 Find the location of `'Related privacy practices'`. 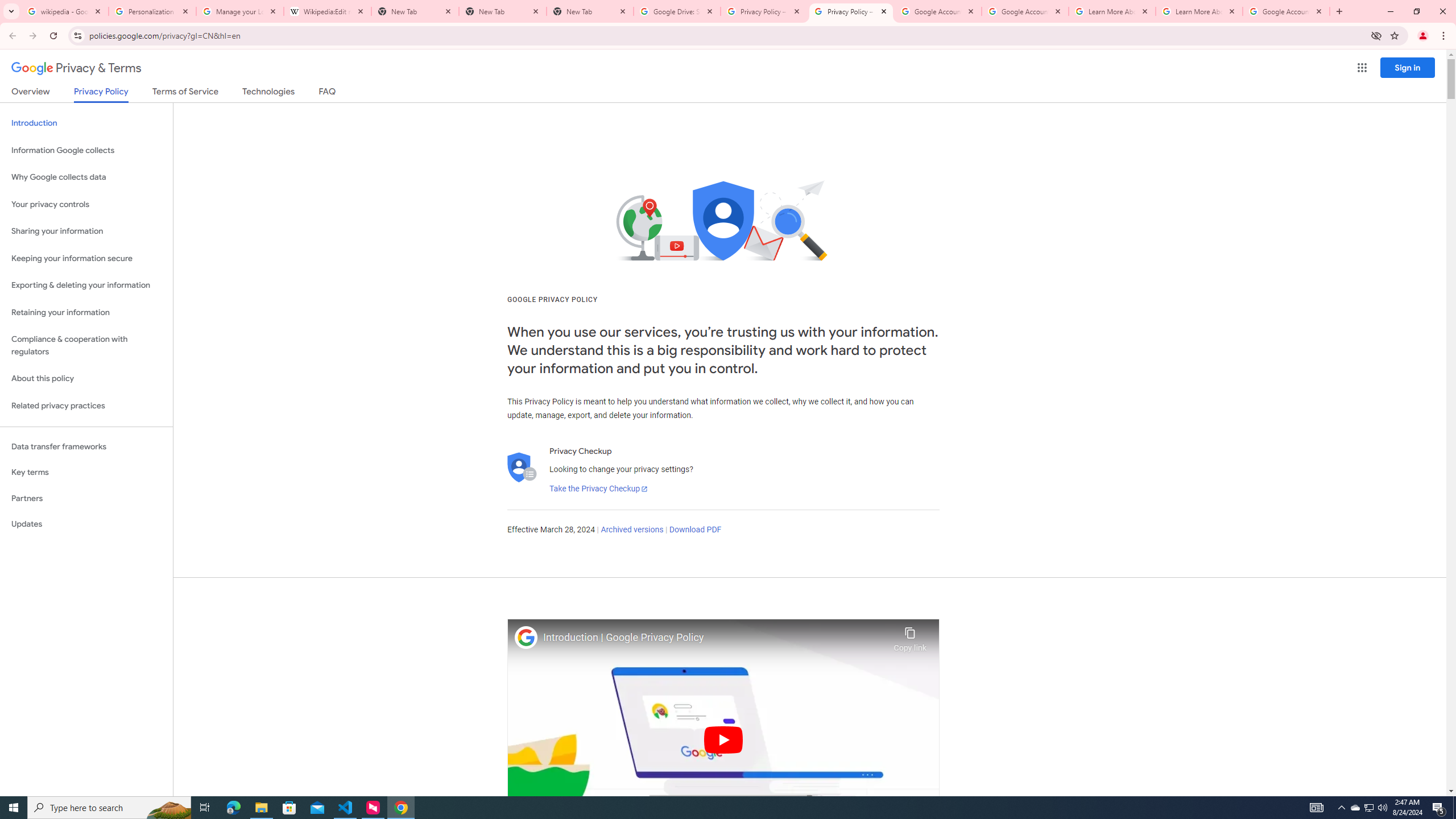

'Related privacy practices' is located at coordinates (86, 405).